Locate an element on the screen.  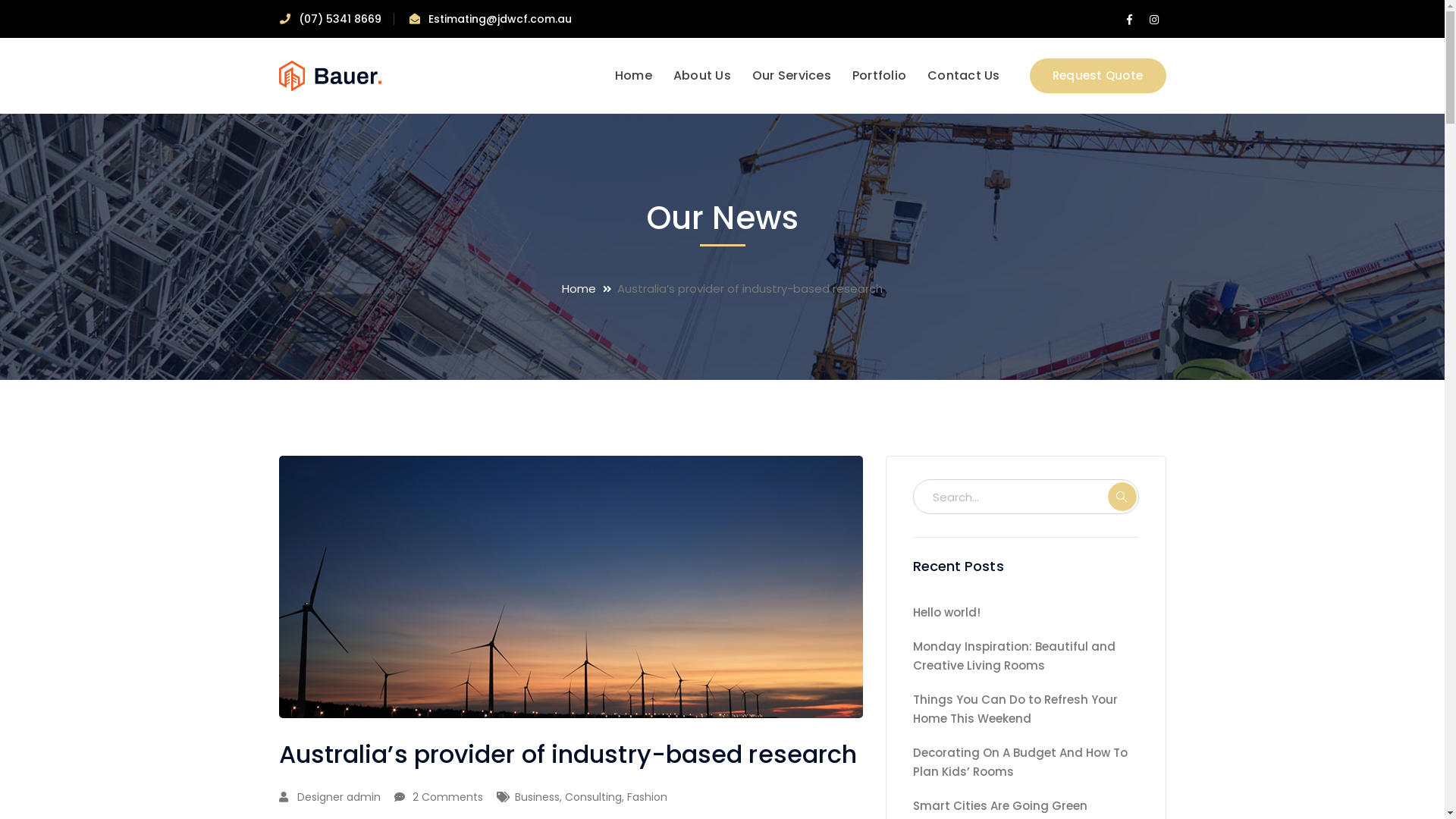
'Hello world!' is located at coordinates (946, 611).